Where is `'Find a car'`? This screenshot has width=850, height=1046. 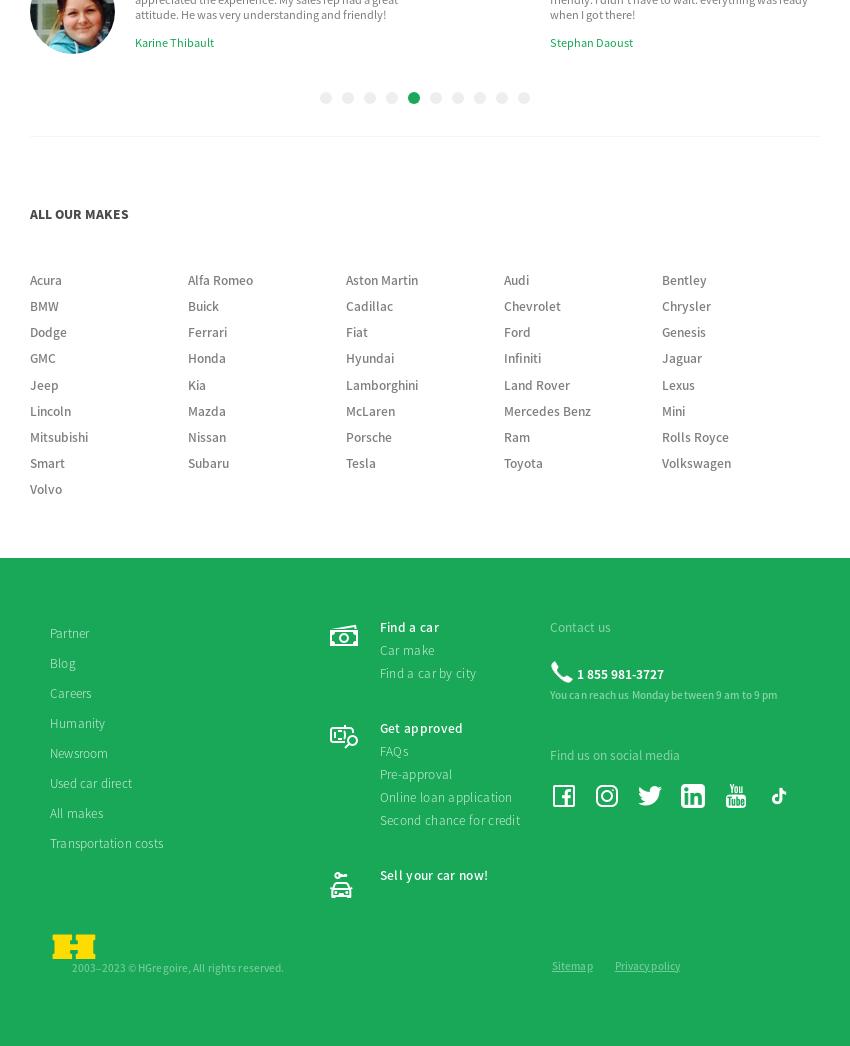
'Find a car' is located at coordinates (408, 246).